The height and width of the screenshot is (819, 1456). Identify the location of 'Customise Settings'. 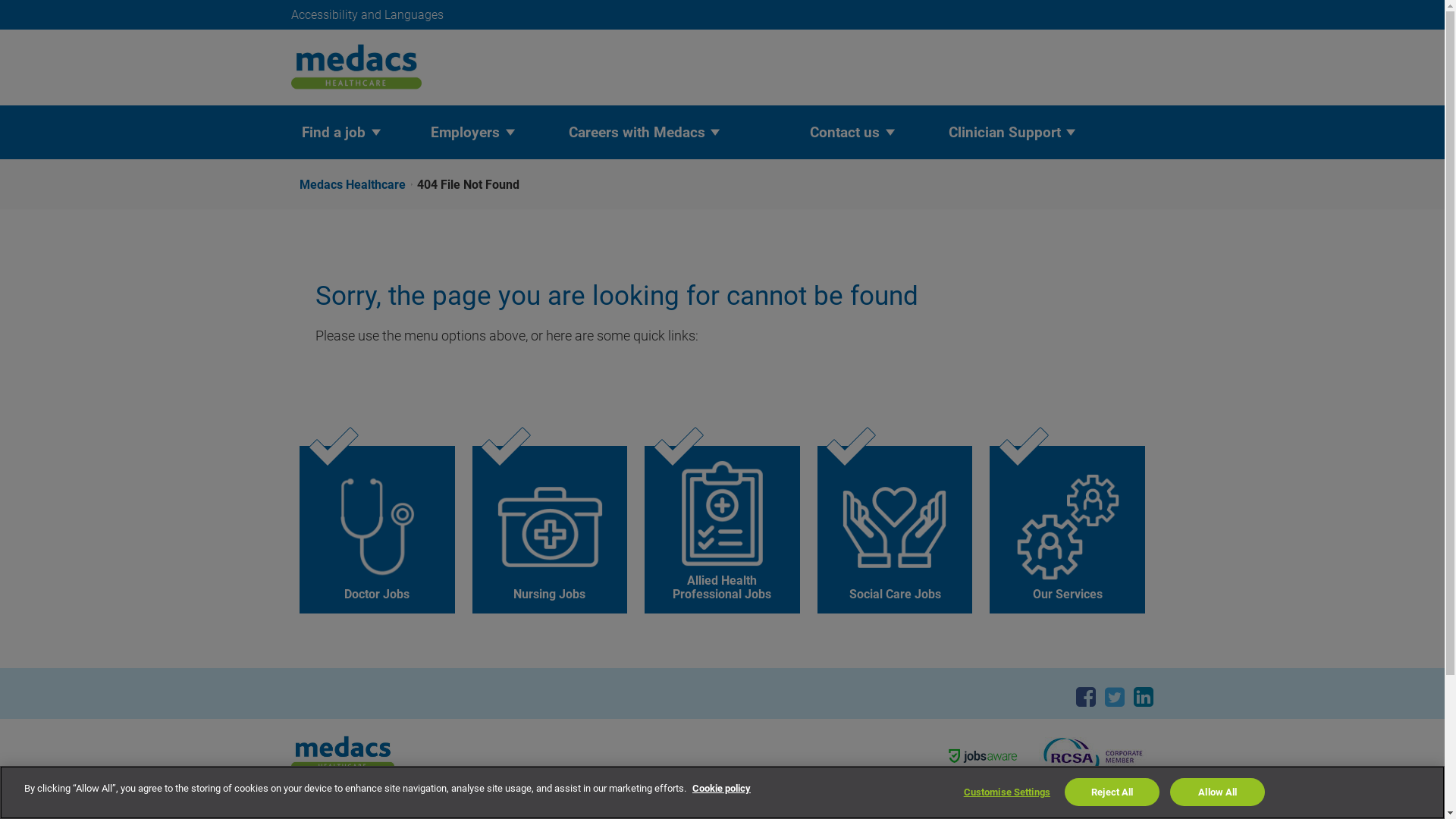
(1006, 792).